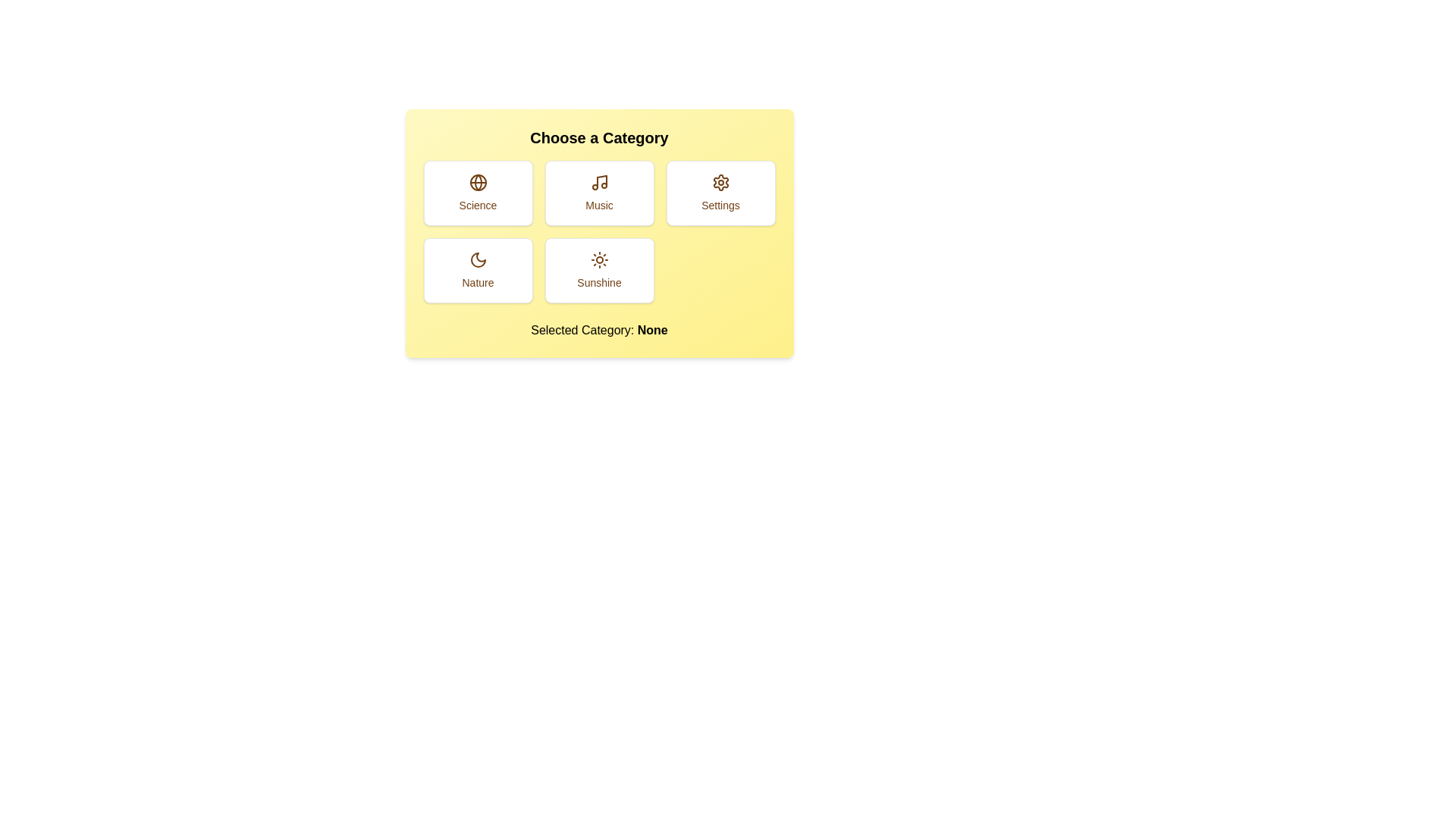  I want to click on the text label that reads 'Sunshine', which is located at the bottom of a selection widget associated with a sun icon, positioned centrally in a grid of six options, so click(598, 283).